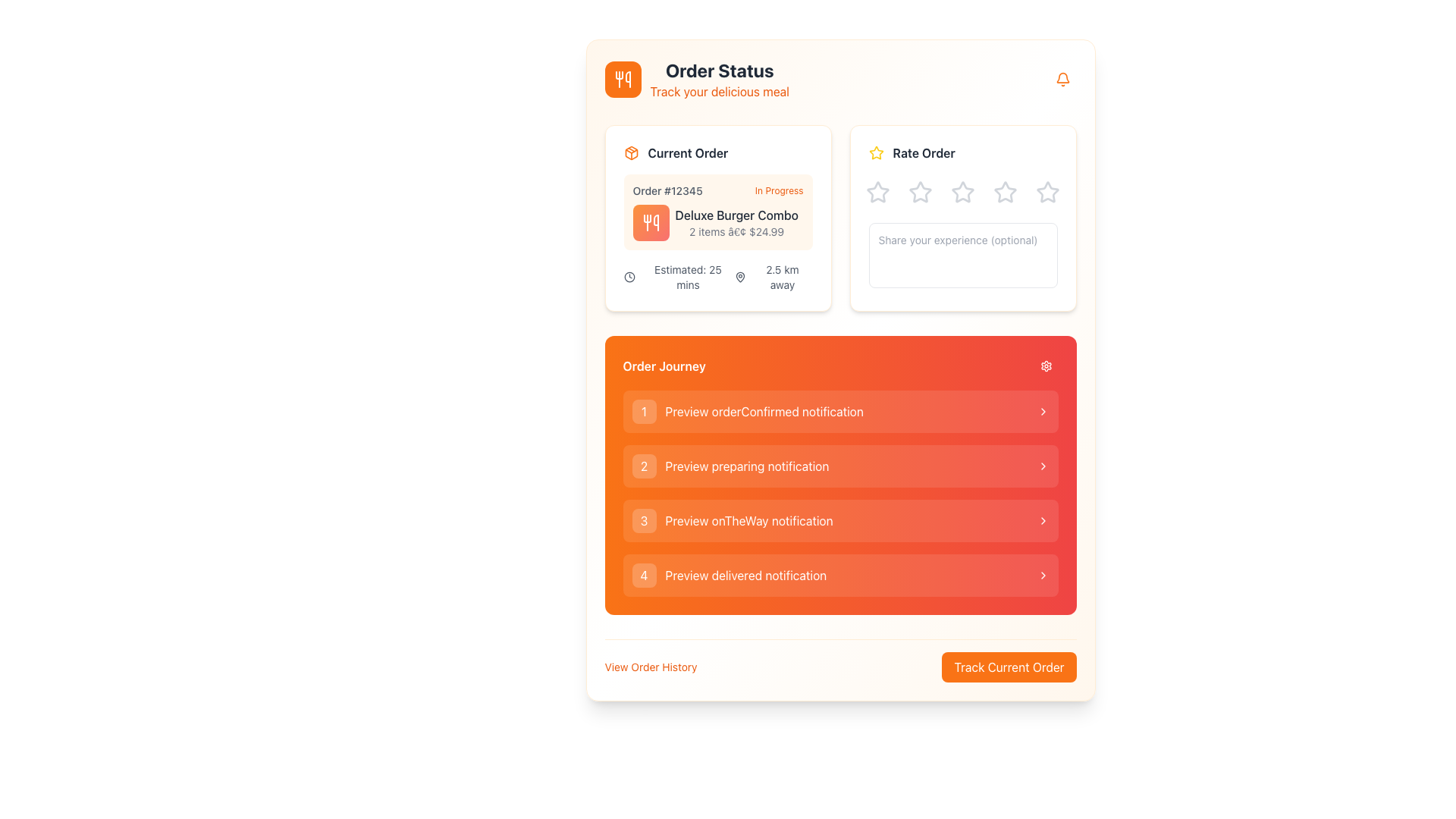 Image resolution: width=1456 pixels, height=819 pixels. I want to click on the third star in the horizontal row of five stars in the 'Rate Order' section to rate the order, so click(962, 192).